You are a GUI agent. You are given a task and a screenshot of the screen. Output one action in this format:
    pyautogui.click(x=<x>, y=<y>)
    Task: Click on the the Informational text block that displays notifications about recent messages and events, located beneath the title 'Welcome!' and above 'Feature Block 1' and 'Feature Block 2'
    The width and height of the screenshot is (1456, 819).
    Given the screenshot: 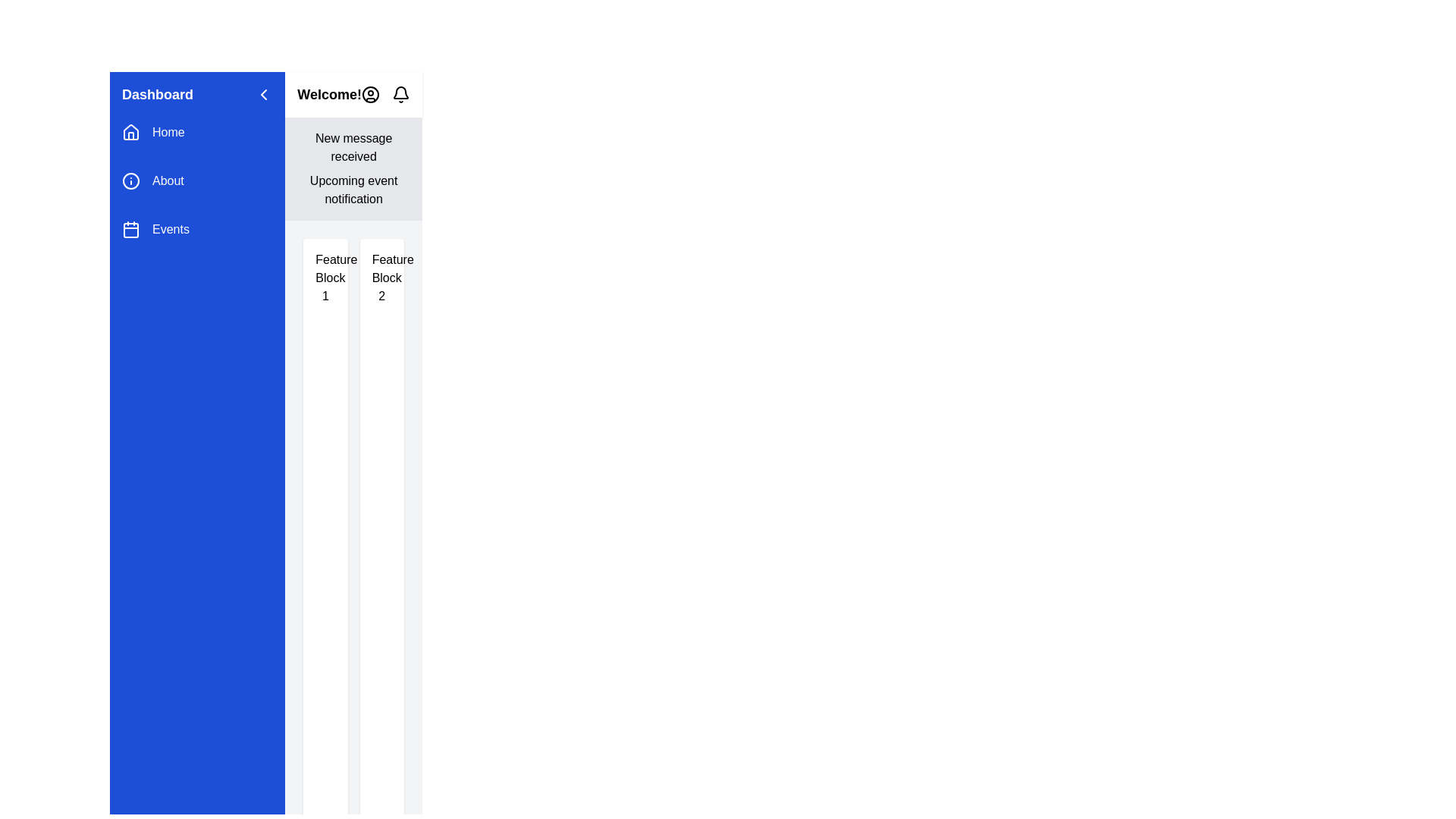 What is the action you would take?
    pyautogui.click(x=353, y=169)
    